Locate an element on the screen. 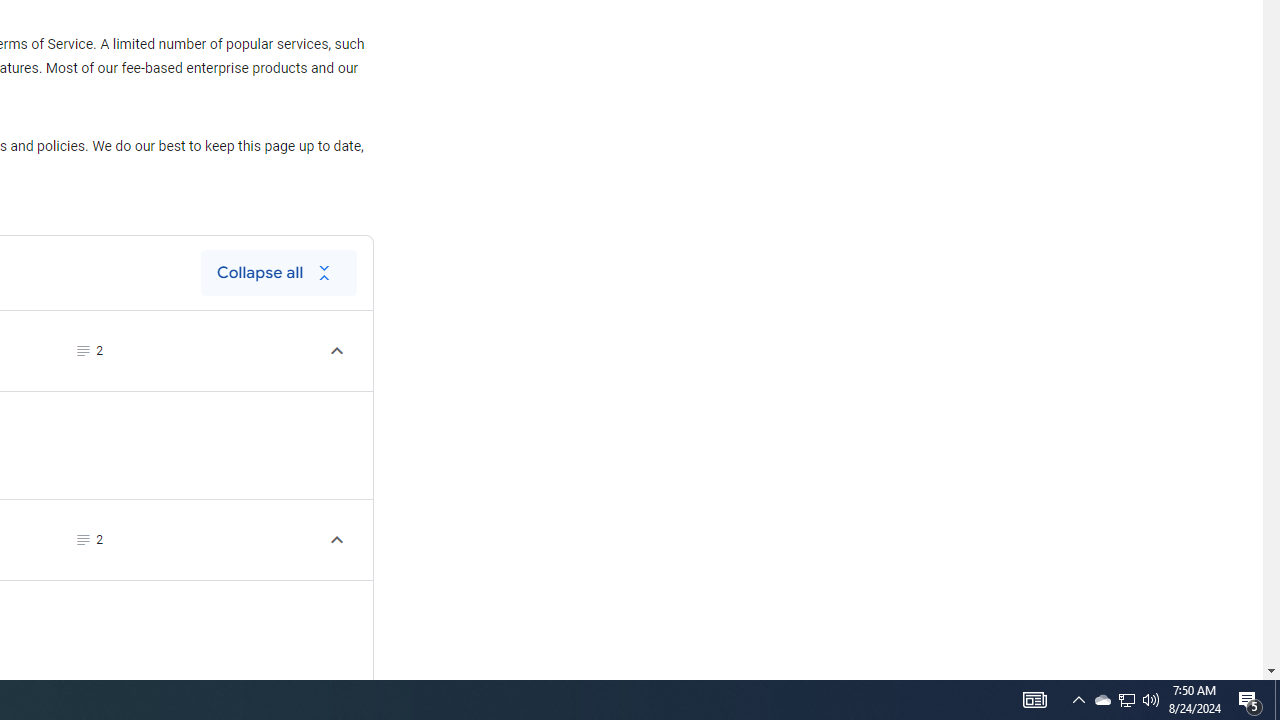 The image size is (1280, 720). 'Collapse all' is located at coordinates (277, 272).